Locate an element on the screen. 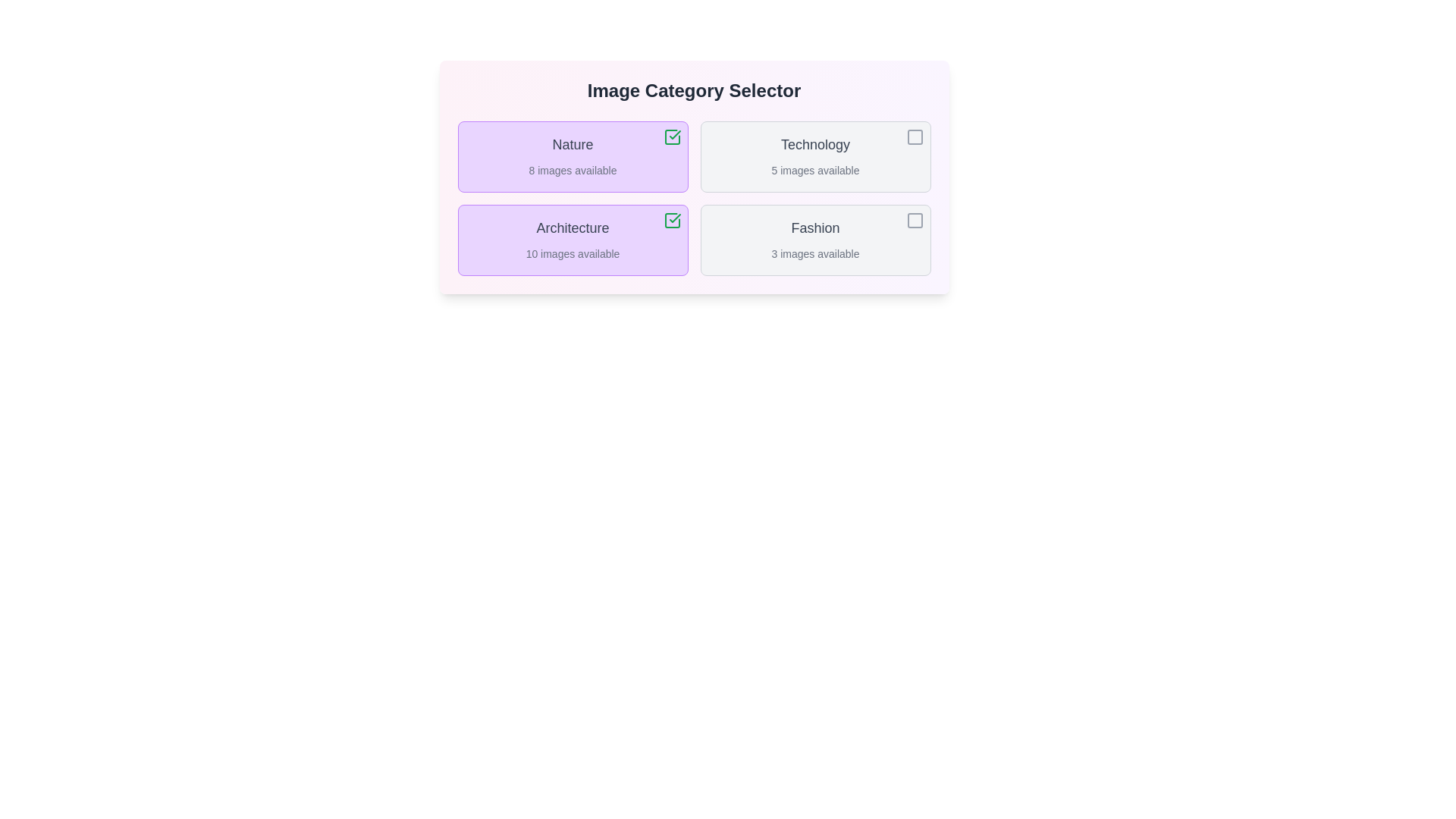  the category Architecture by clicking on its corresponding box is located at coordinates (572, 239).